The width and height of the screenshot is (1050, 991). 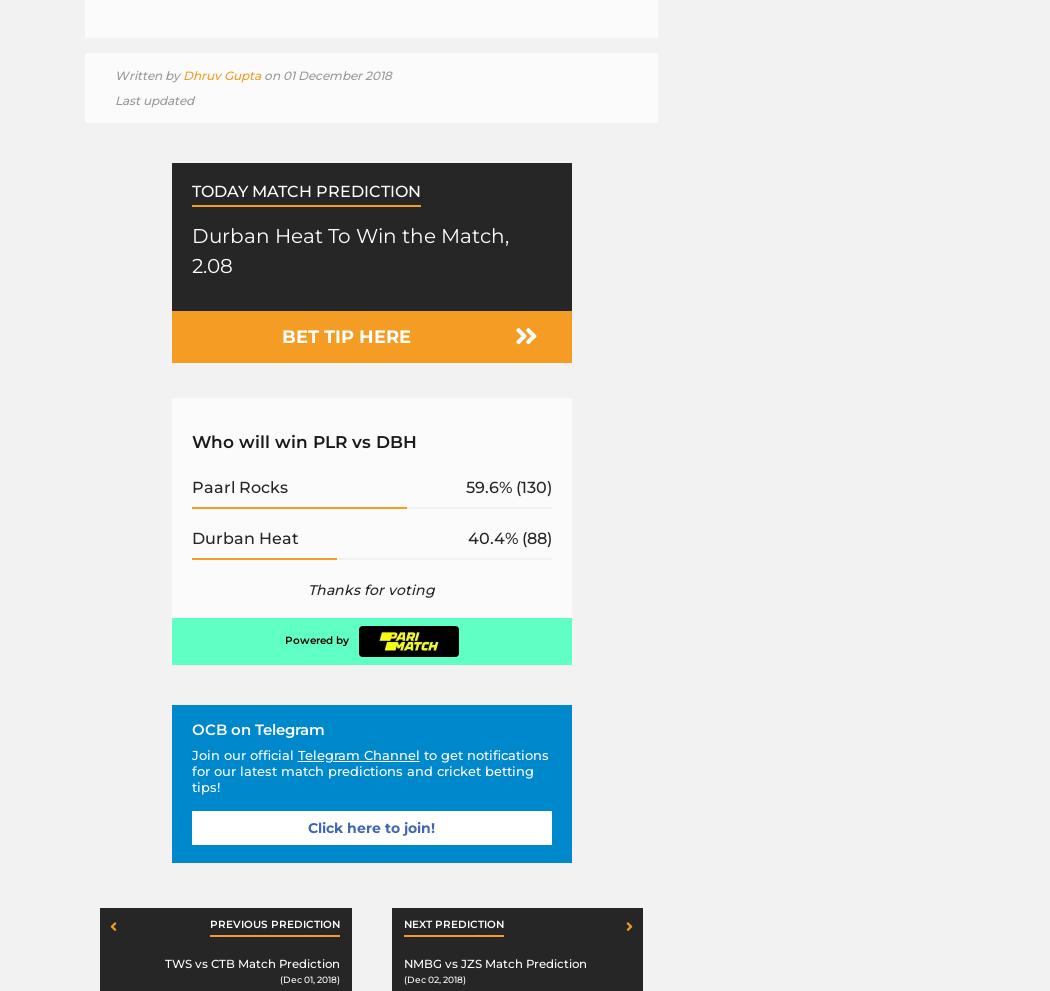 What do you see at coordinates (508, 537) in the screenshot?
I see `'40.4% (88)'` at bounding box center [508, 537].